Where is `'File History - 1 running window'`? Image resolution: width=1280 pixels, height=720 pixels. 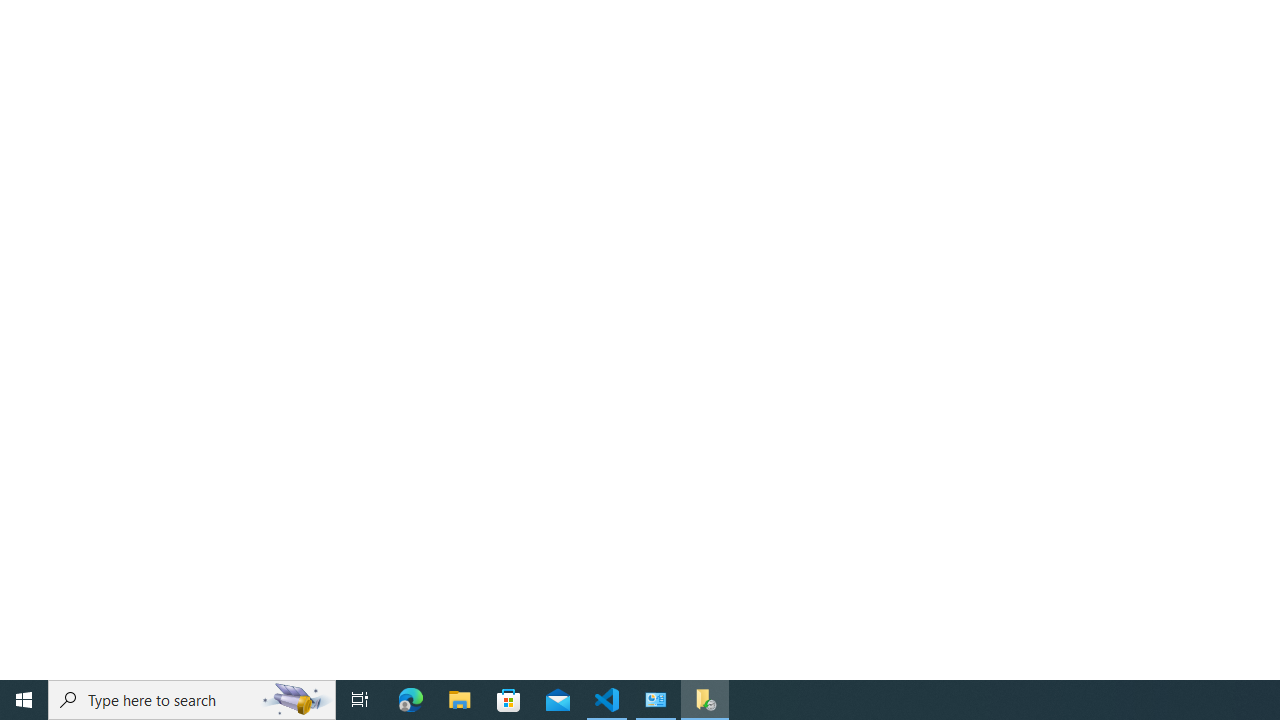 'File History - 1 running window' is located at coordinates (705, 698).